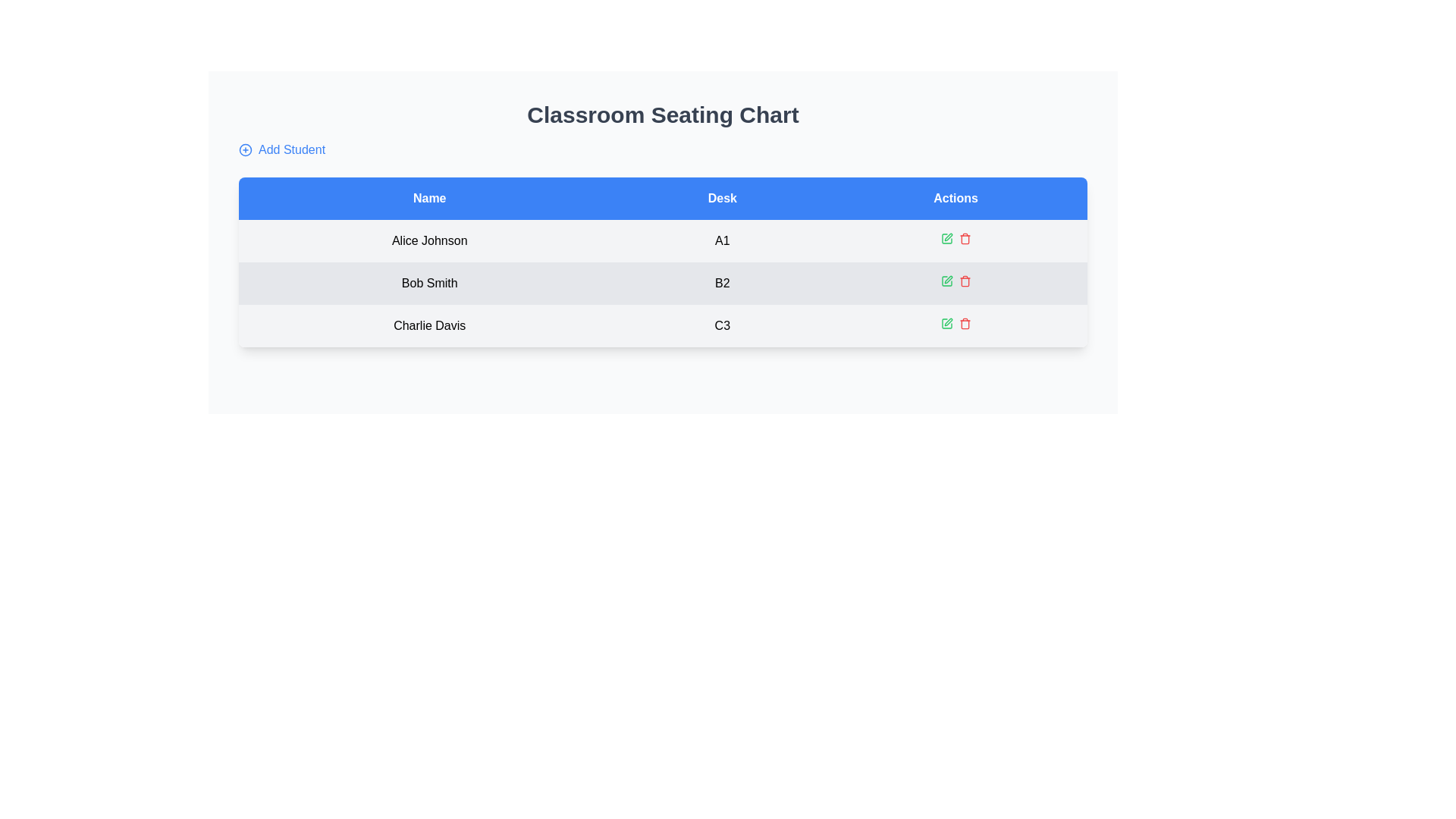 This screenshot has height=819, width=1456. I want to click on the edit icon located in the actions column of the third row next to 'Charlie Davis' and desk 'C3' to initiate the edit action, so click(946, 321).